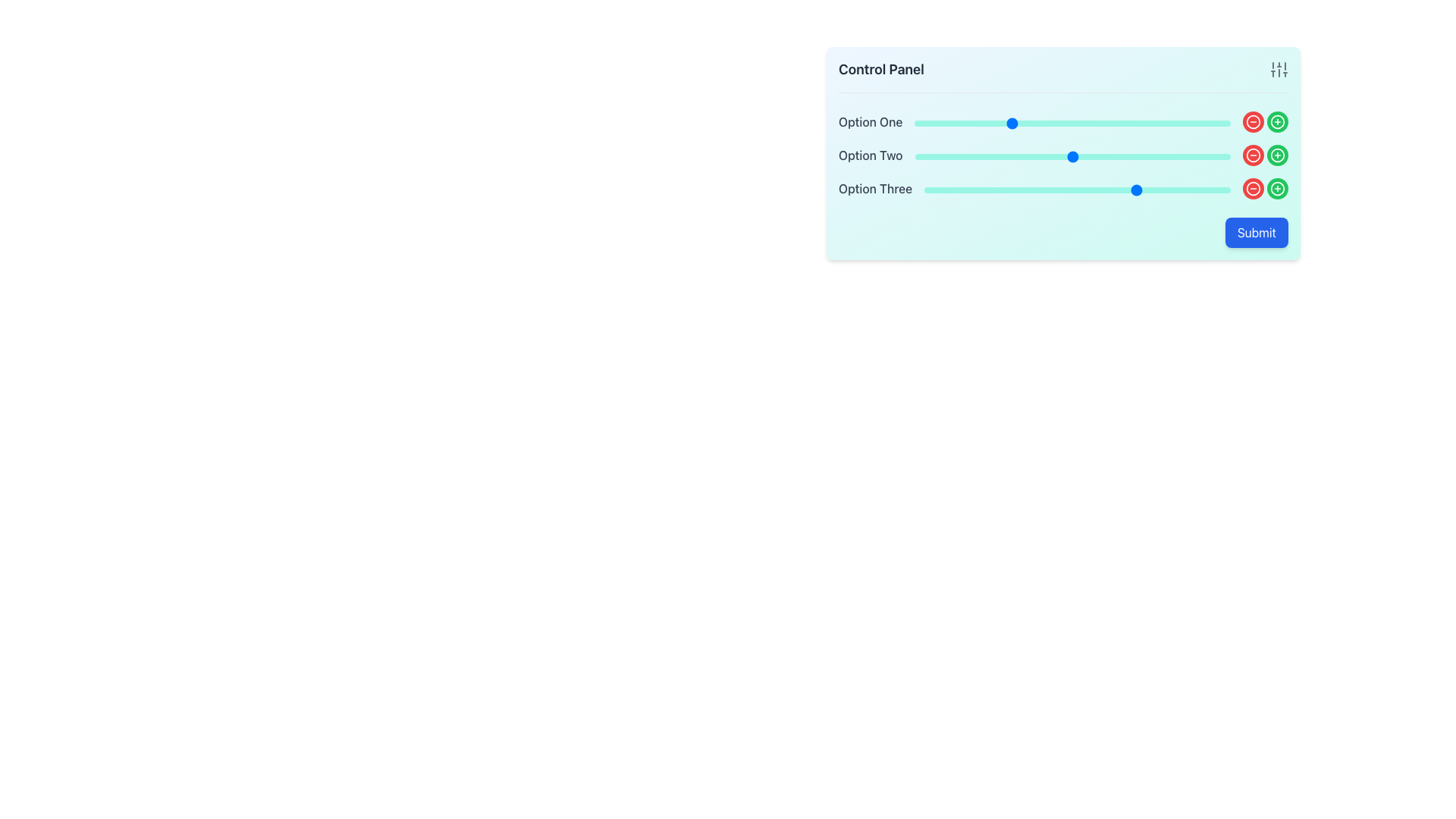 Image resolution: width=1456 pixels, height=819 pixels. I want to click on the slider for 'Option Three', so click(1163, 189).